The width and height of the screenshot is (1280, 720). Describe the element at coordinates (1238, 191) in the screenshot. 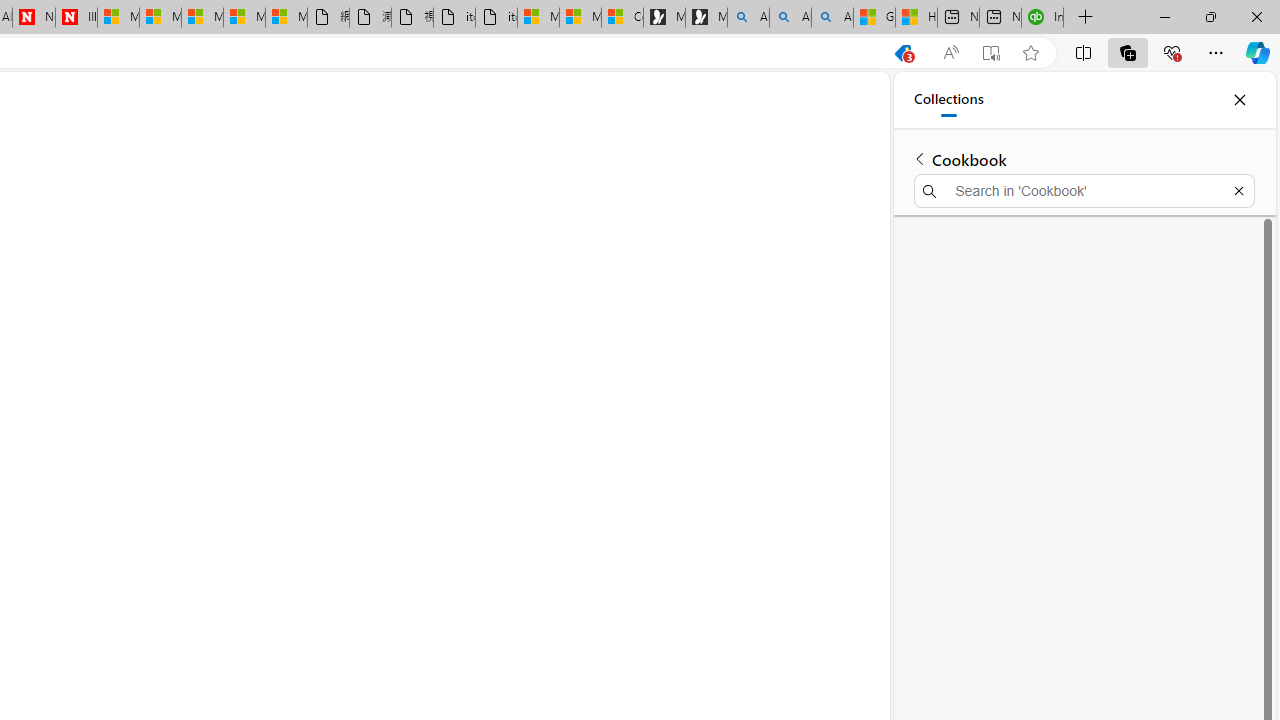

I see `'Exit search'` at that location.